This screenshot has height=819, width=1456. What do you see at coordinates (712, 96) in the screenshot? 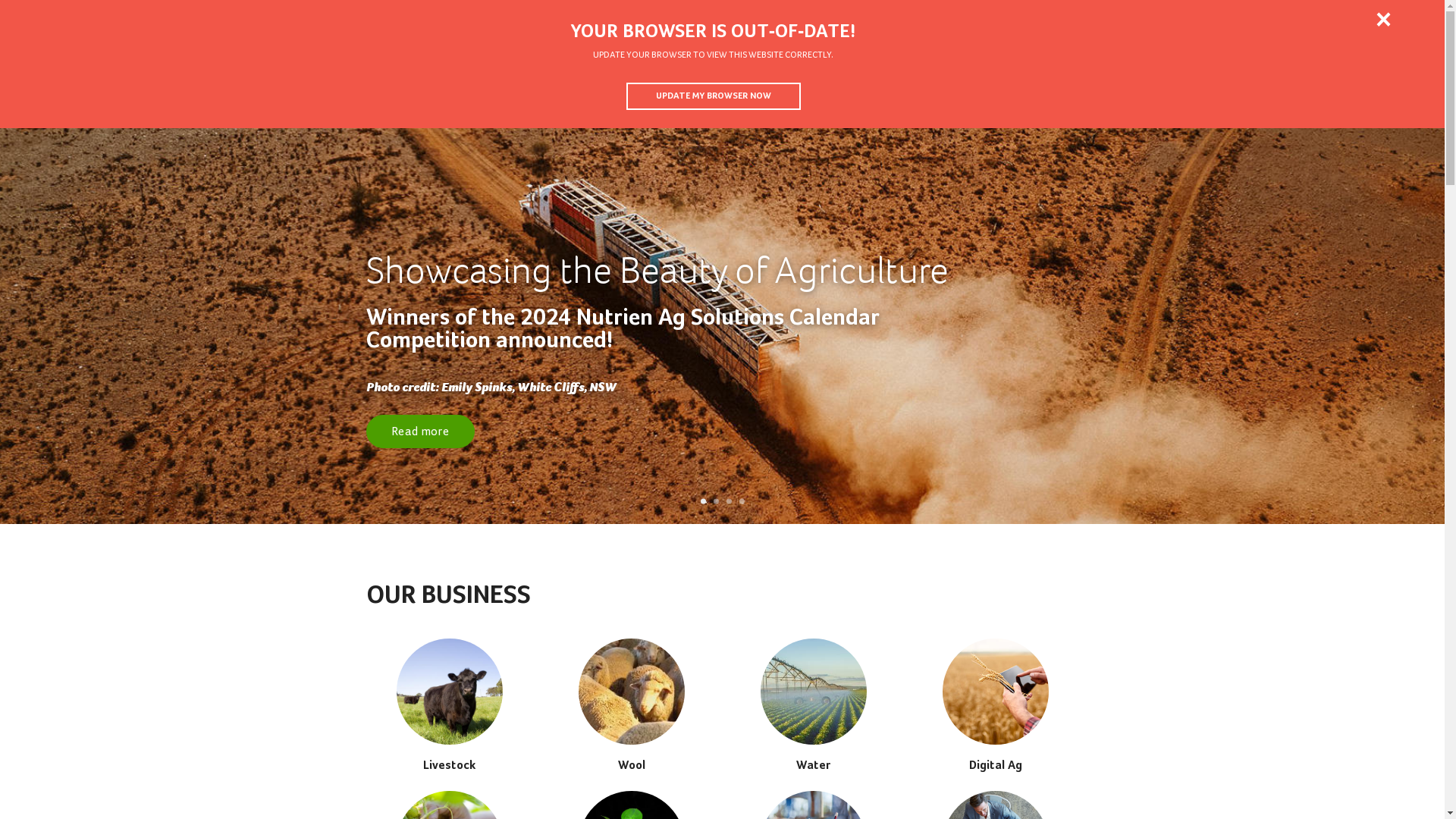
I see `'UPDATE MY BROWSER NOW'` at bounding box center [712, 96].